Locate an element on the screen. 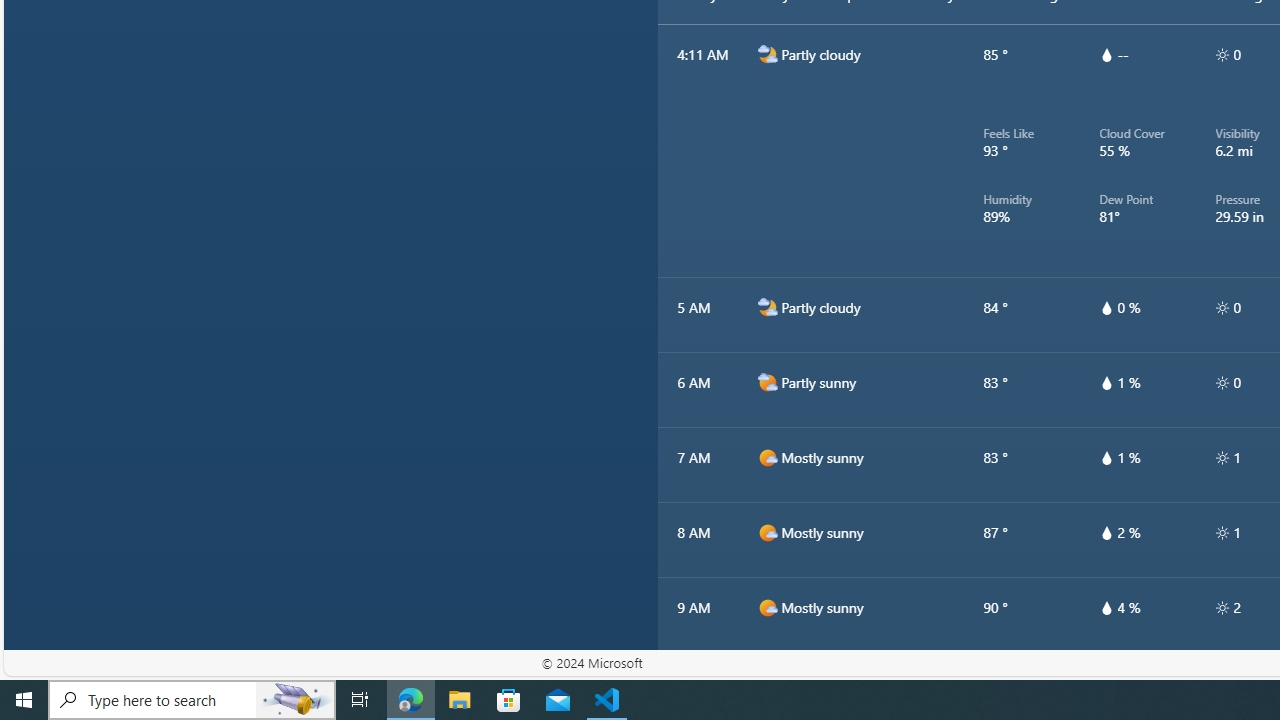 This screenshot has height=720, width=1280. 'Search highlights icon opens search home window' is located at coordinates (294, 698).